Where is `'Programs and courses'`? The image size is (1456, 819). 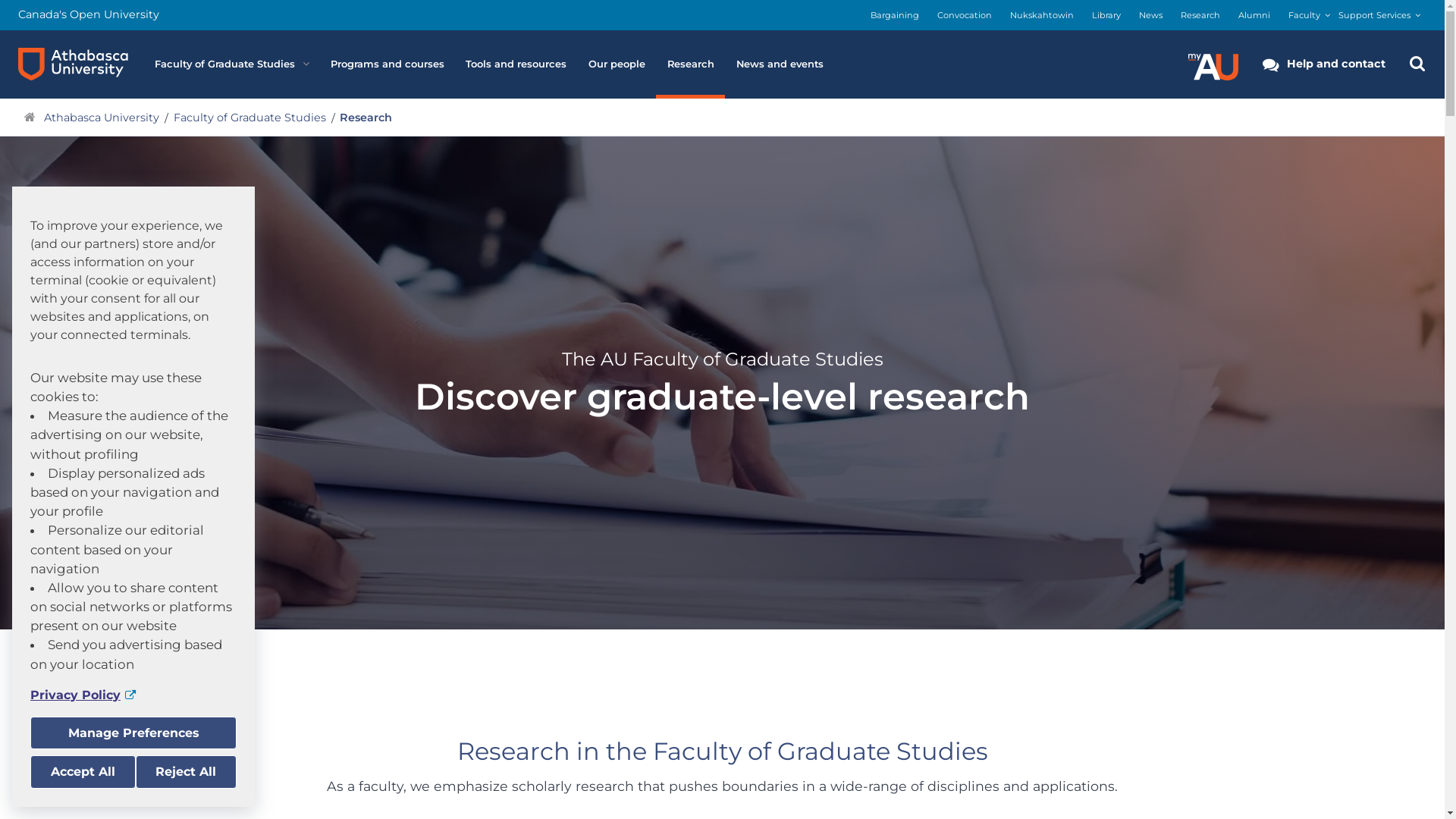
'Programs and courses' is located at coordinates (387, 63).